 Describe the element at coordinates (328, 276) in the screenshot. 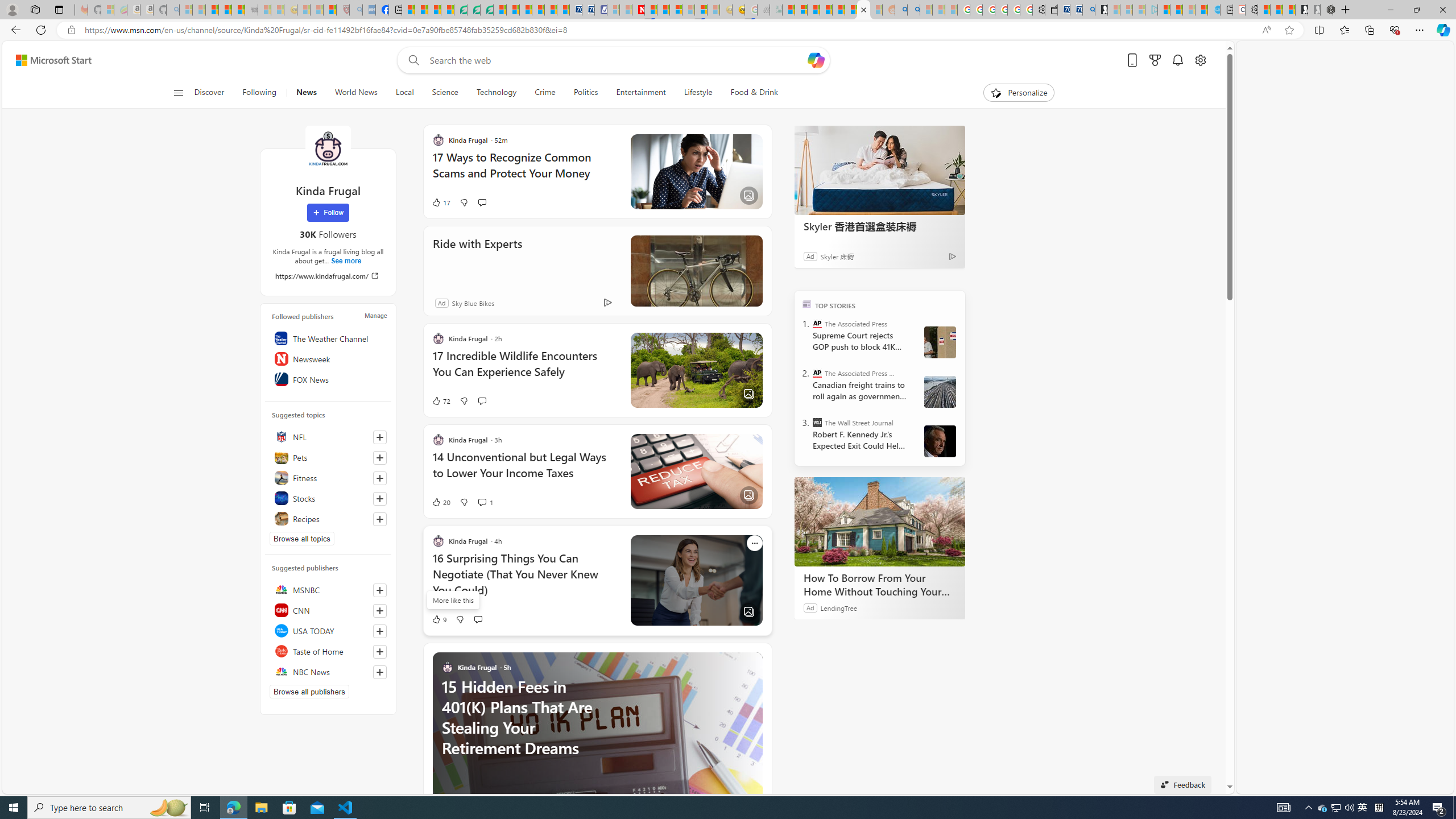

I see `'https://www.kindafrugal.com/'` at that location.